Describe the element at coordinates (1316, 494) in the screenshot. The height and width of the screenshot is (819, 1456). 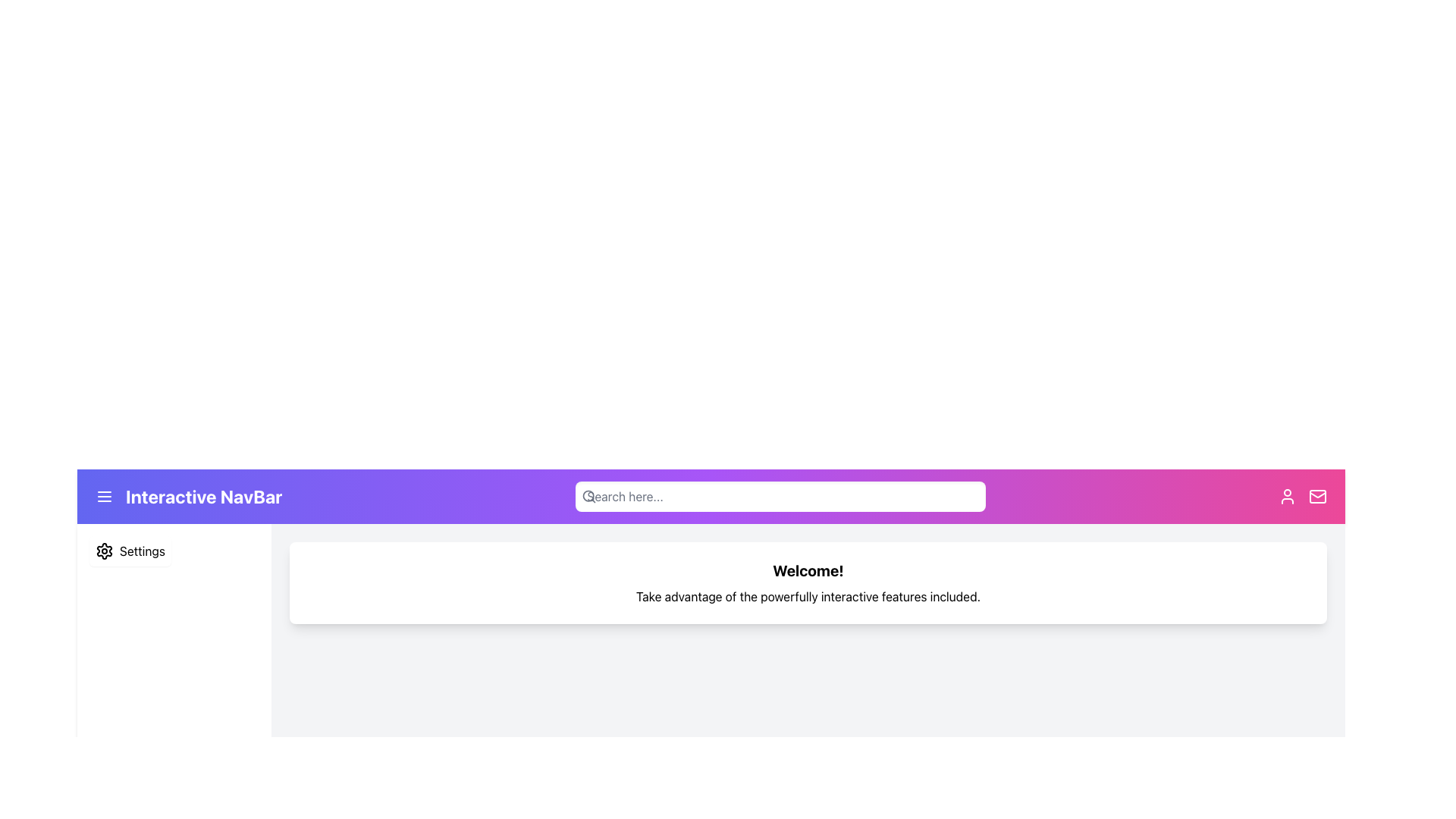
I see `the mail icon located in the navigation bar, which visually represents mail communication functionalities` at that location.